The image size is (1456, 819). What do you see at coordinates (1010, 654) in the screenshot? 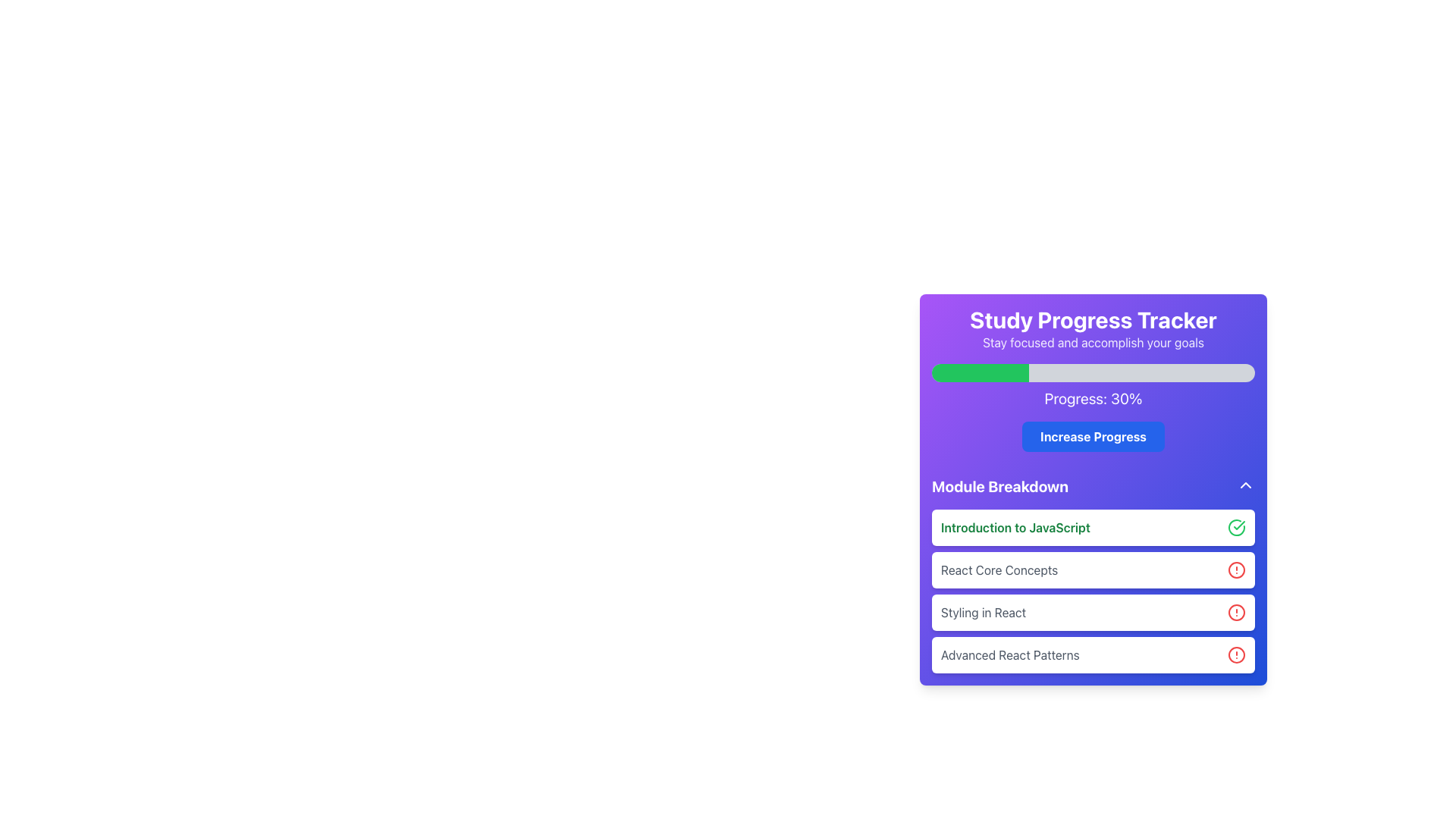
I see `the static text label displaying 'Advanced React Patterns' located in the module list of the 'Study Progress Tracker' card` at bounding box center [1010, 654].